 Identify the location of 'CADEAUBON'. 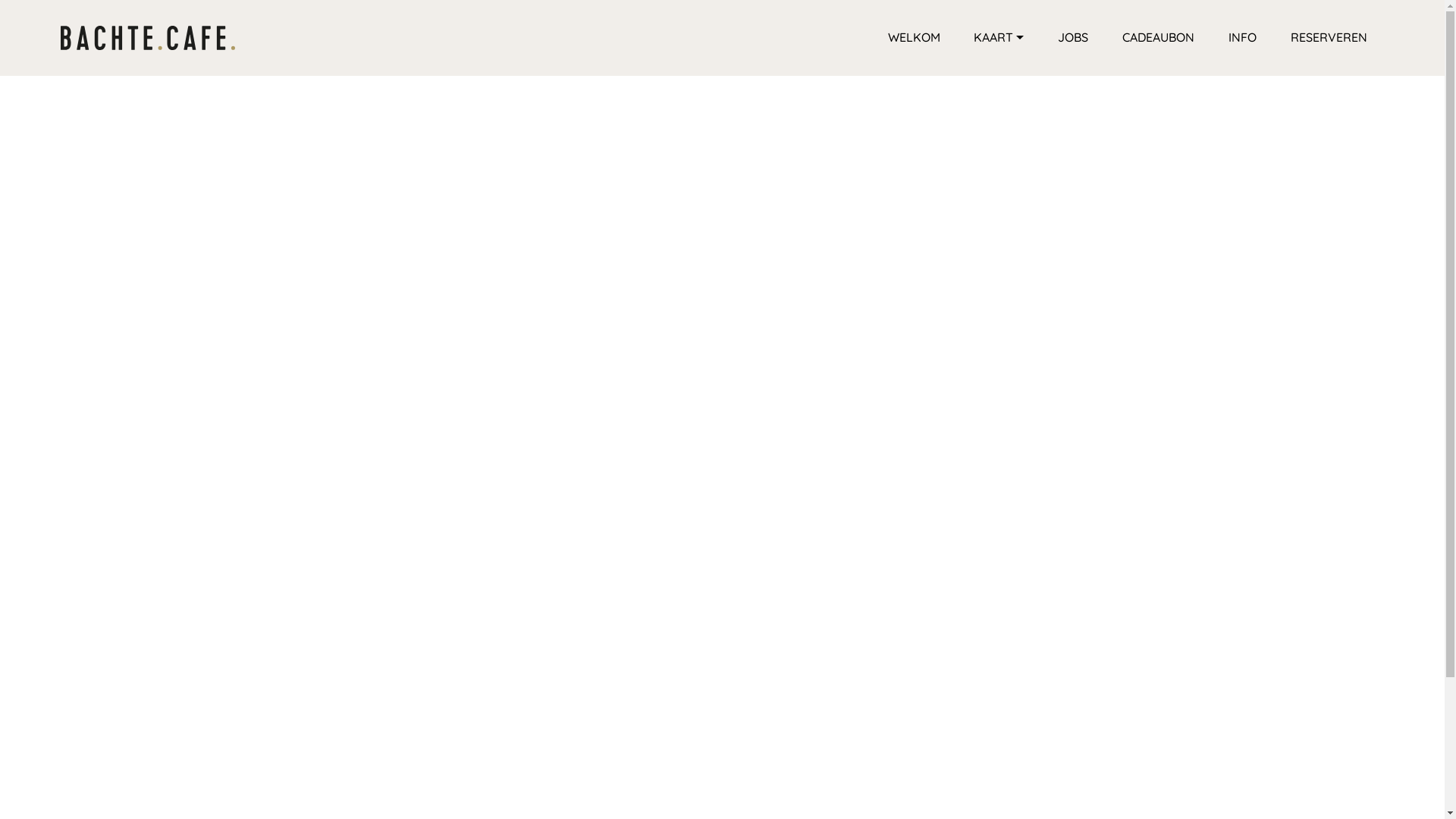
(1157, 36).